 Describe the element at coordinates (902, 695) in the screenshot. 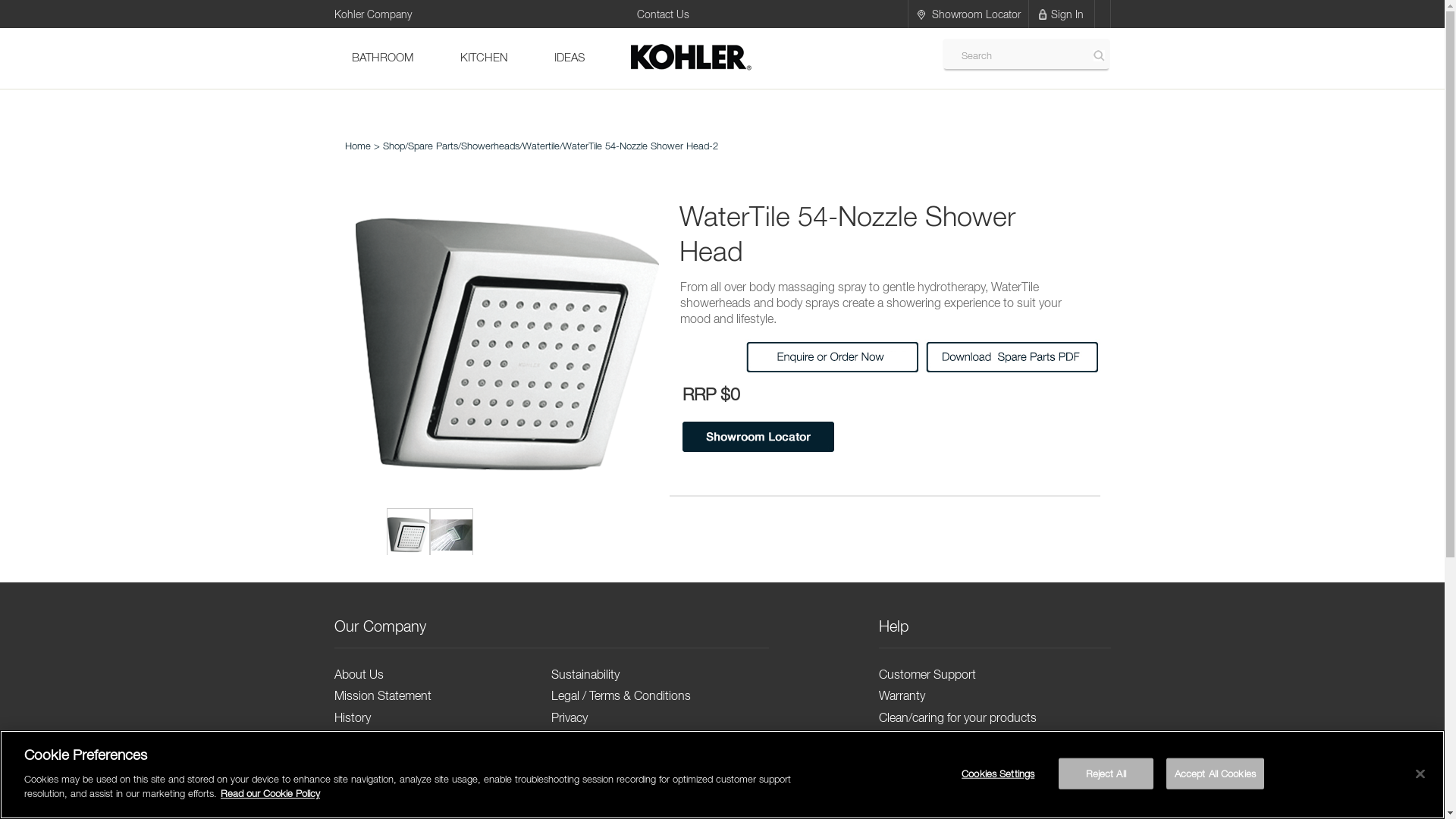

I see `'Warranty'` at that location.